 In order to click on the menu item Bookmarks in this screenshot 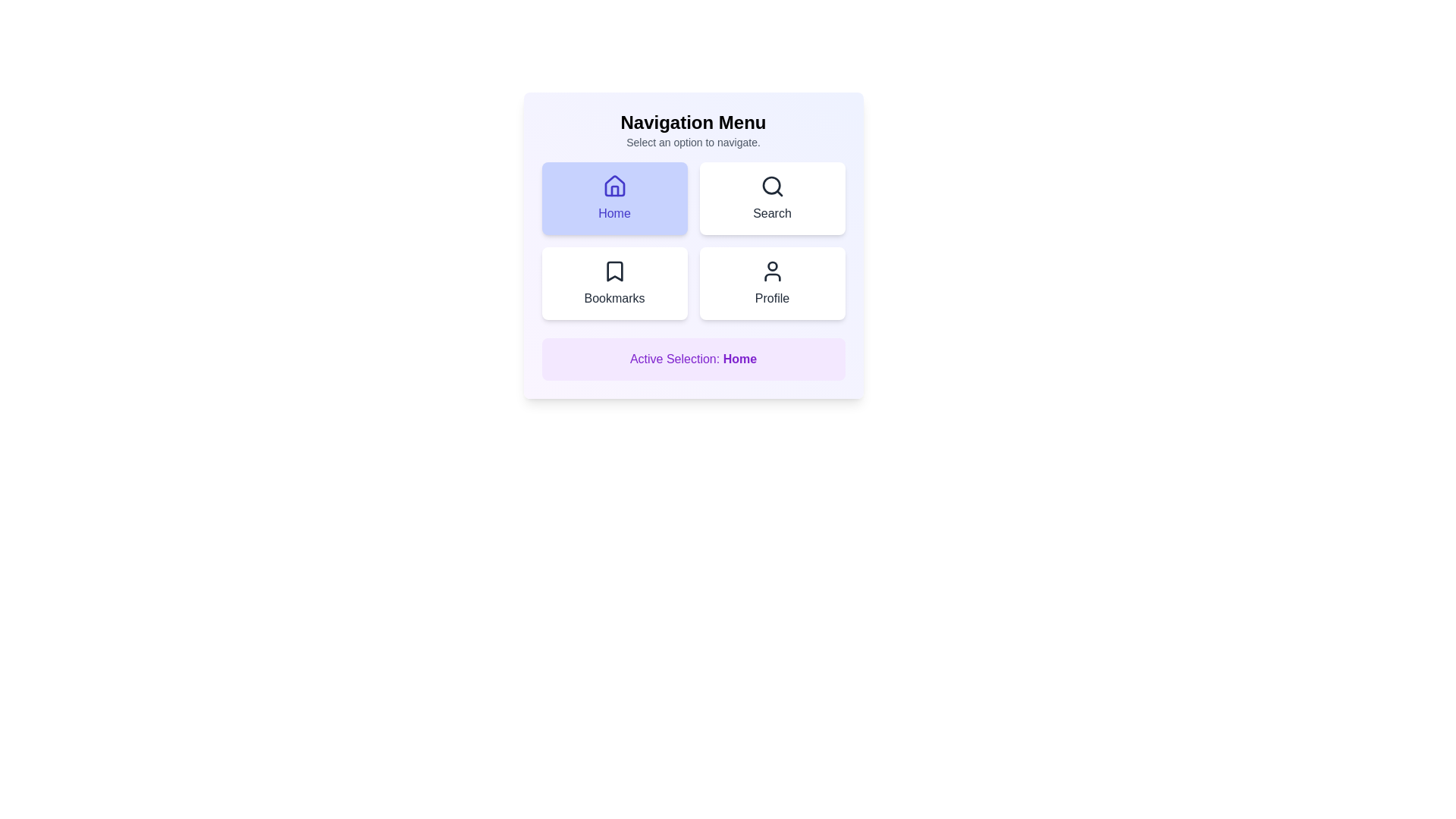, I will do `click(614, 284)`.